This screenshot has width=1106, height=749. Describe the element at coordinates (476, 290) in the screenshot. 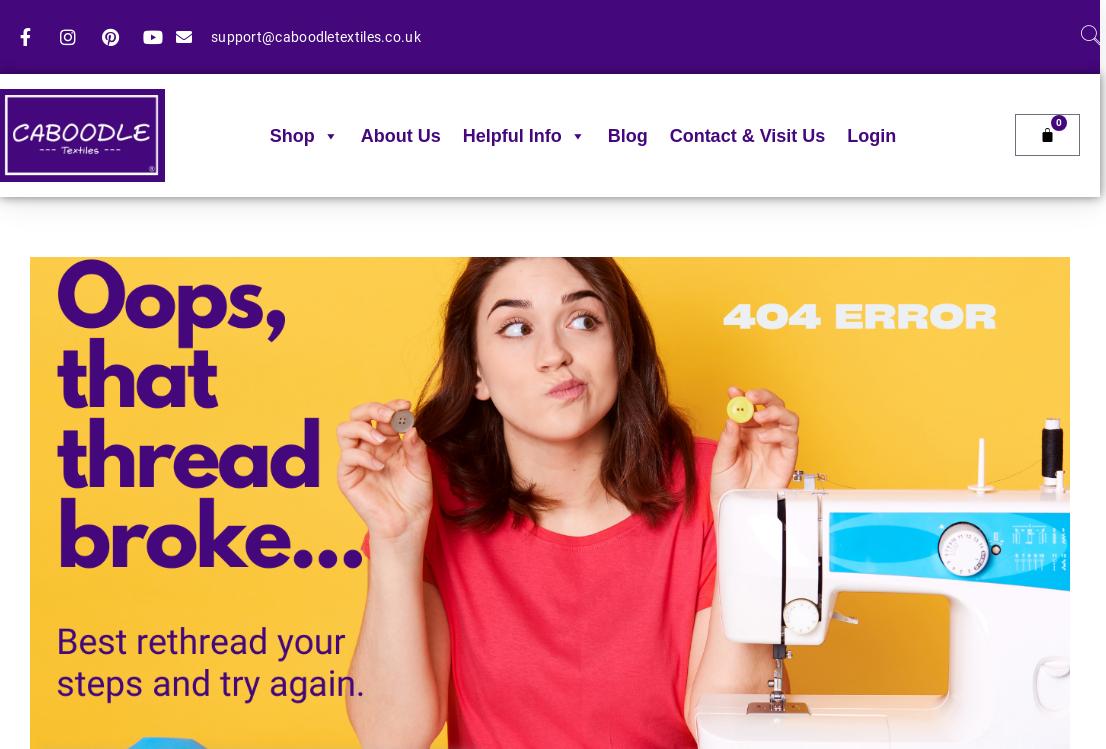

I see `'FAQ'` at that location.